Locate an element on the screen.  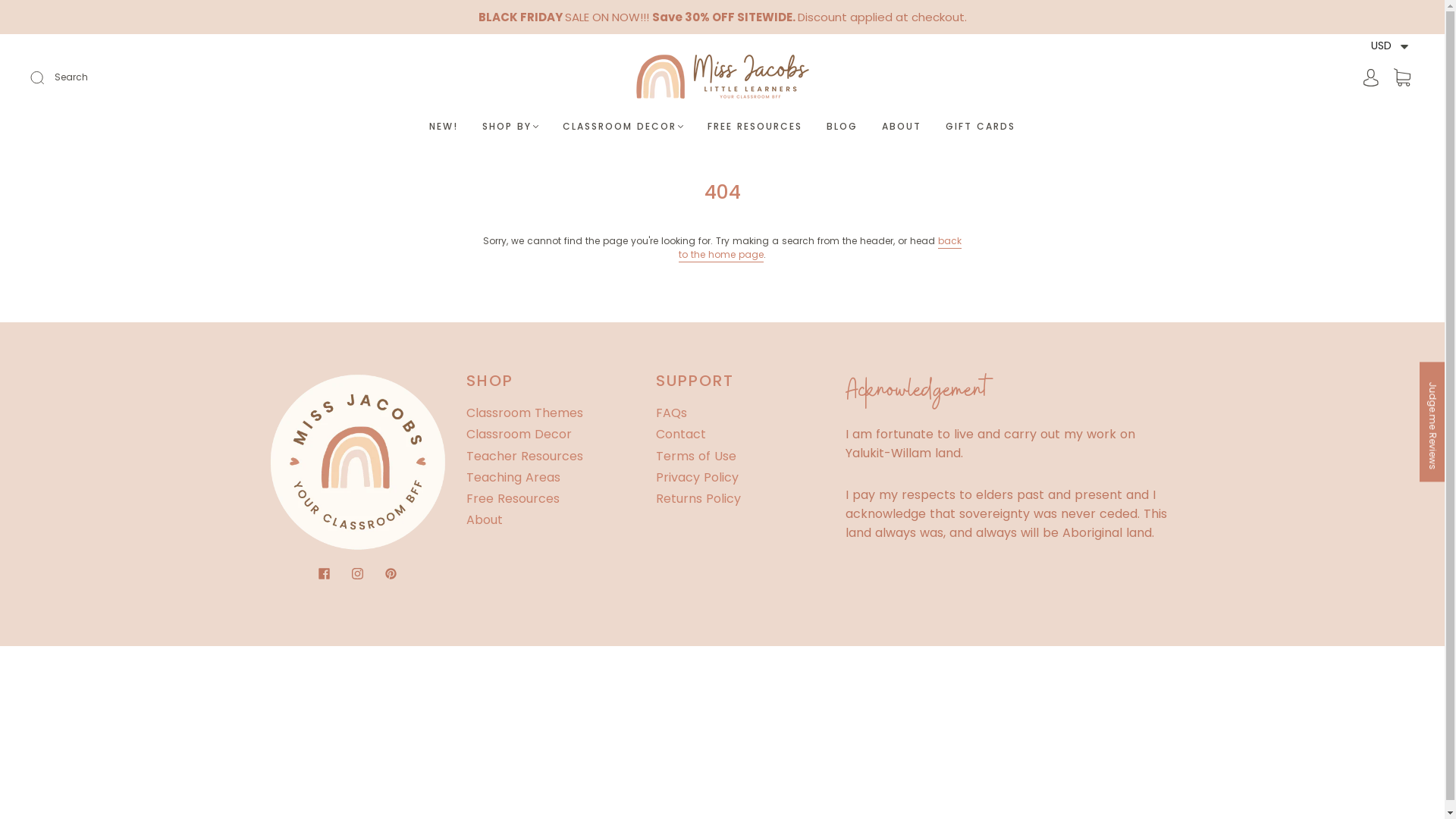
'Privacy Policy' is located at coordinates (655, 476).